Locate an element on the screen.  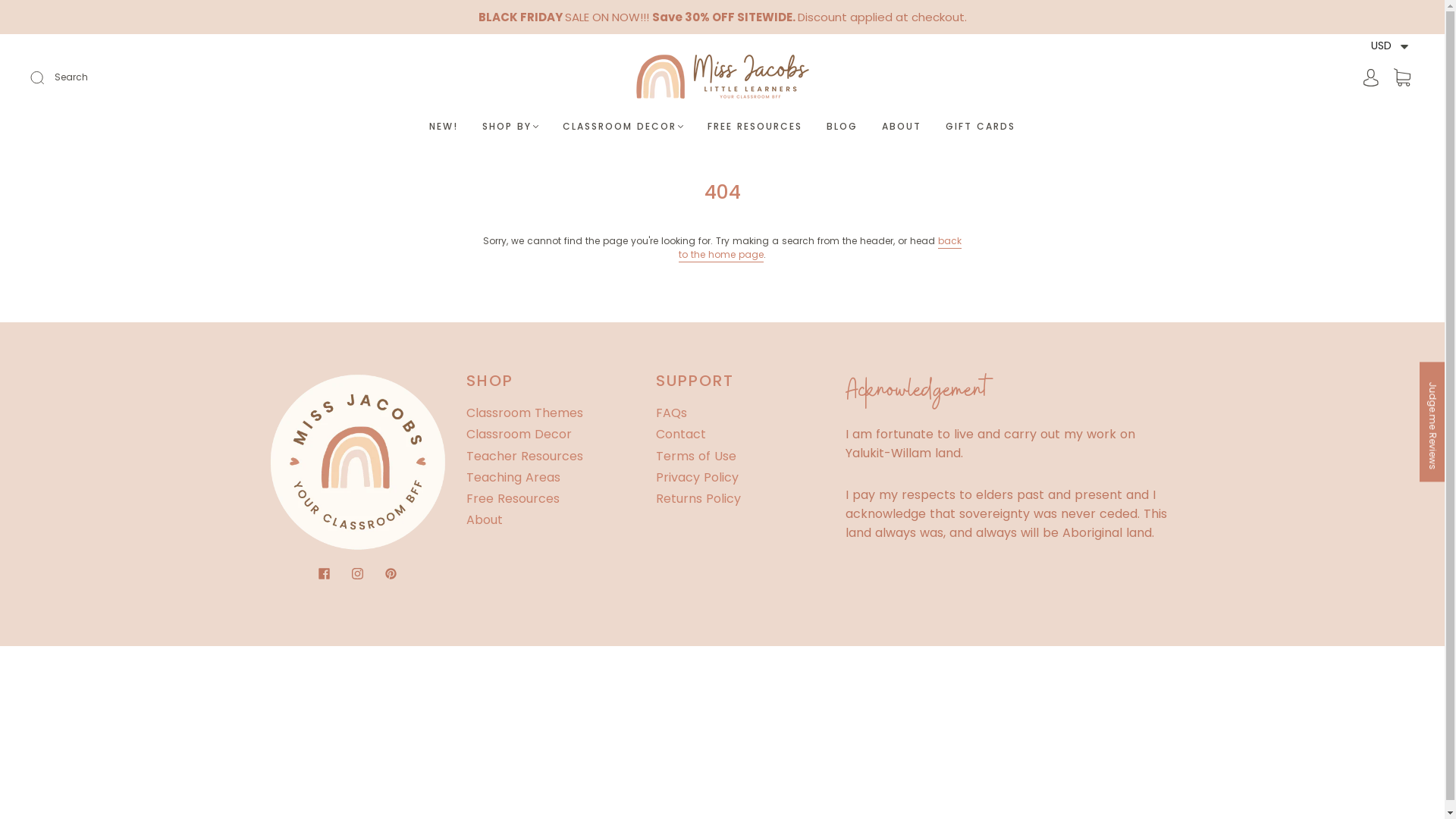
'Privacy Policy' is located at coordinates (655, 476).